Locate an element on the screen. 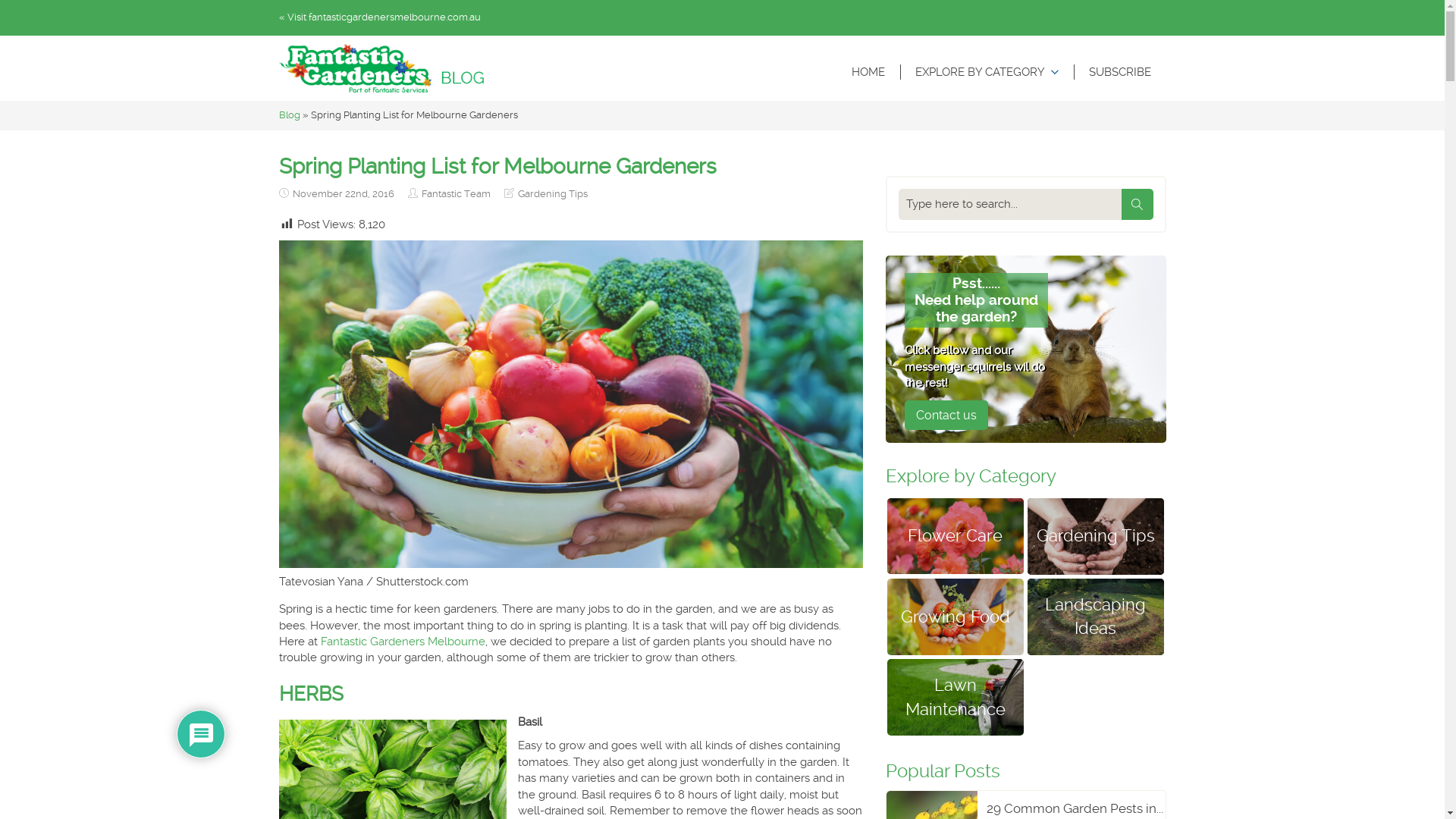 The width and height of the screenshot is (1456, 819). 'Fantastic Gardeners Melbourne' is located at coordinates (402, 641).